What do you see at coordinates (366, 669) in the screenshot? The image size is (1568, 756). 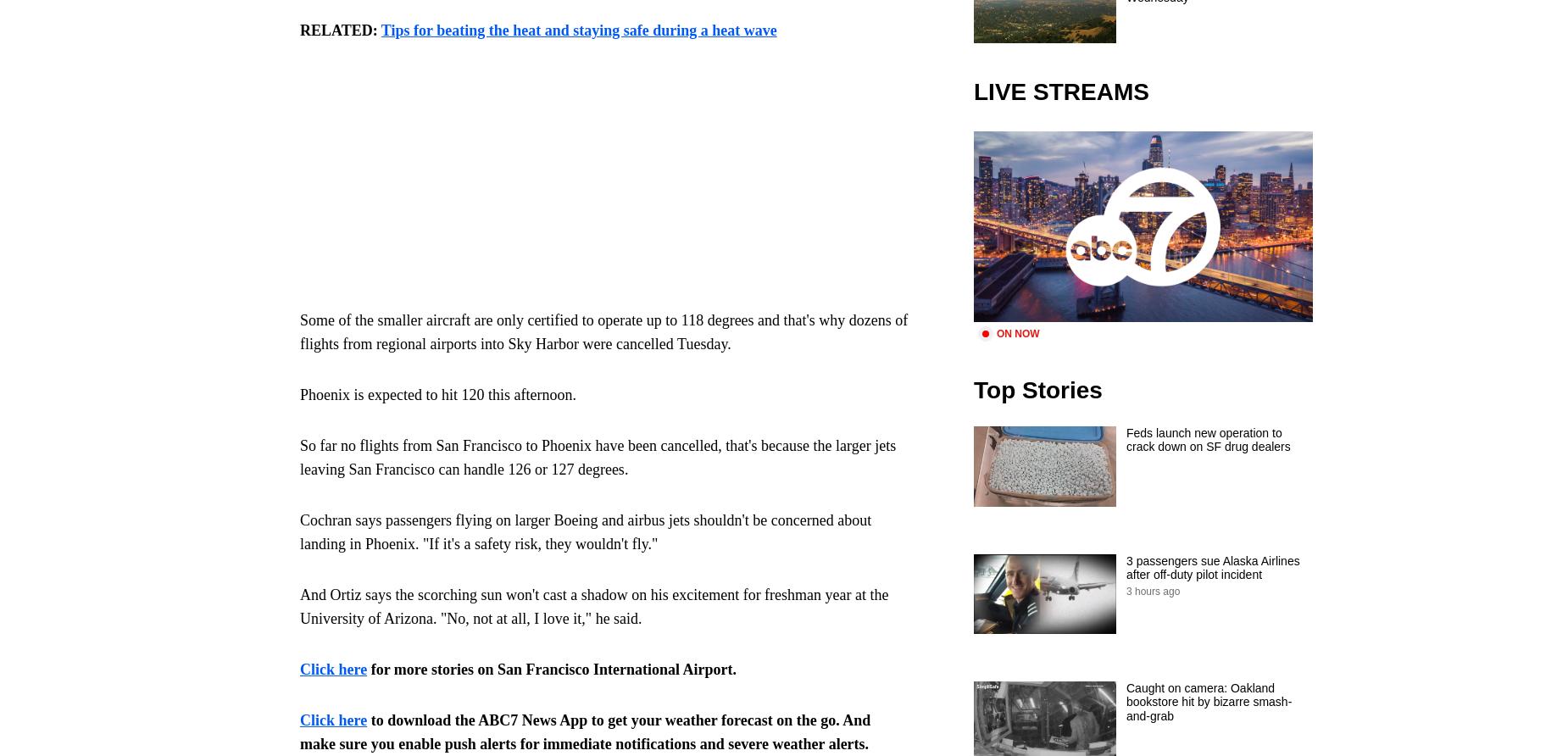 I see `'for more stories on San Francisco International Airport.'` at bounding box center [366, 669].